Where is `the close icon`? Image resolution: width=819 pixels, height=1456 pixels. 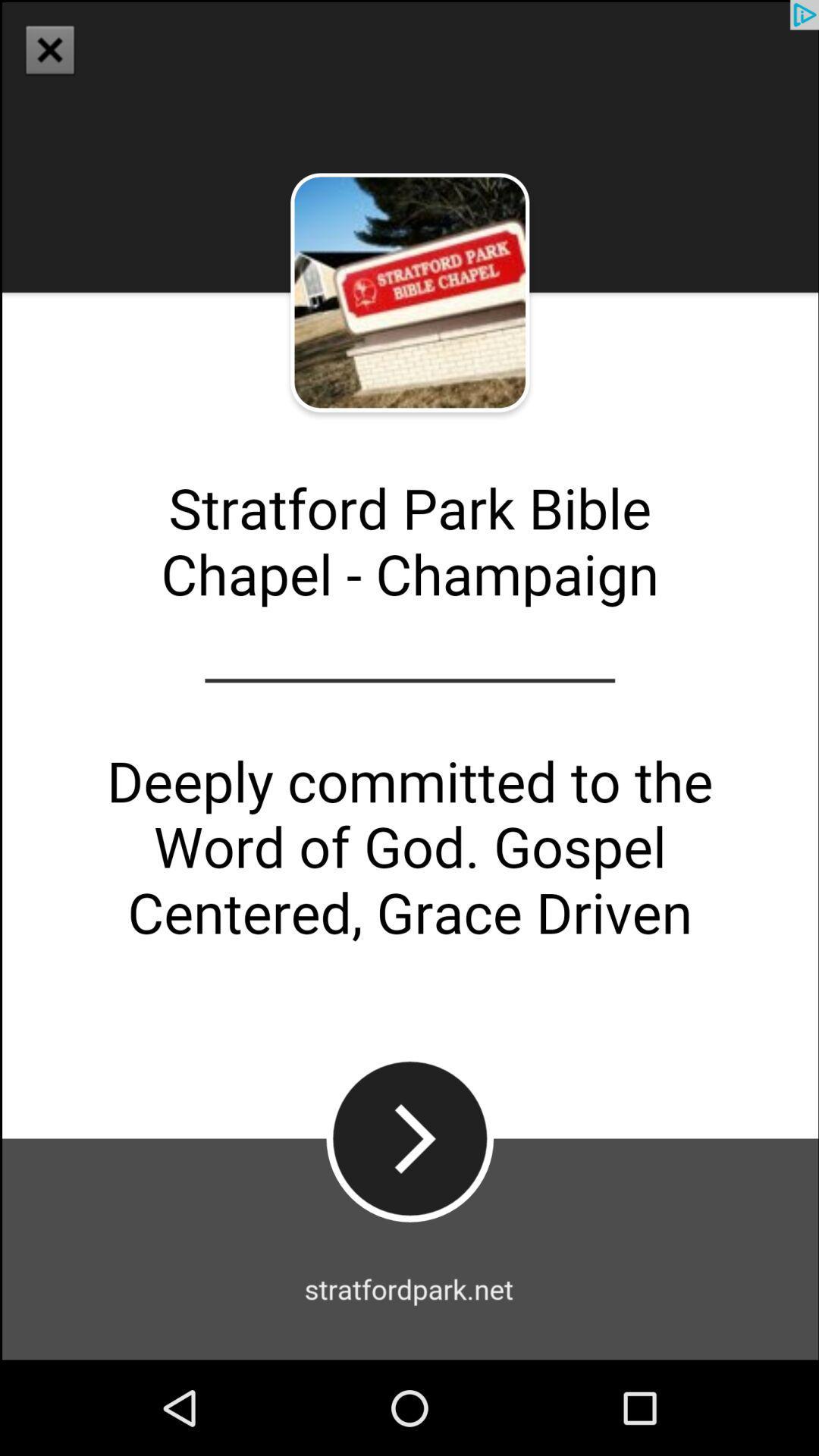
the close icon is located at coordinates (49, 53).